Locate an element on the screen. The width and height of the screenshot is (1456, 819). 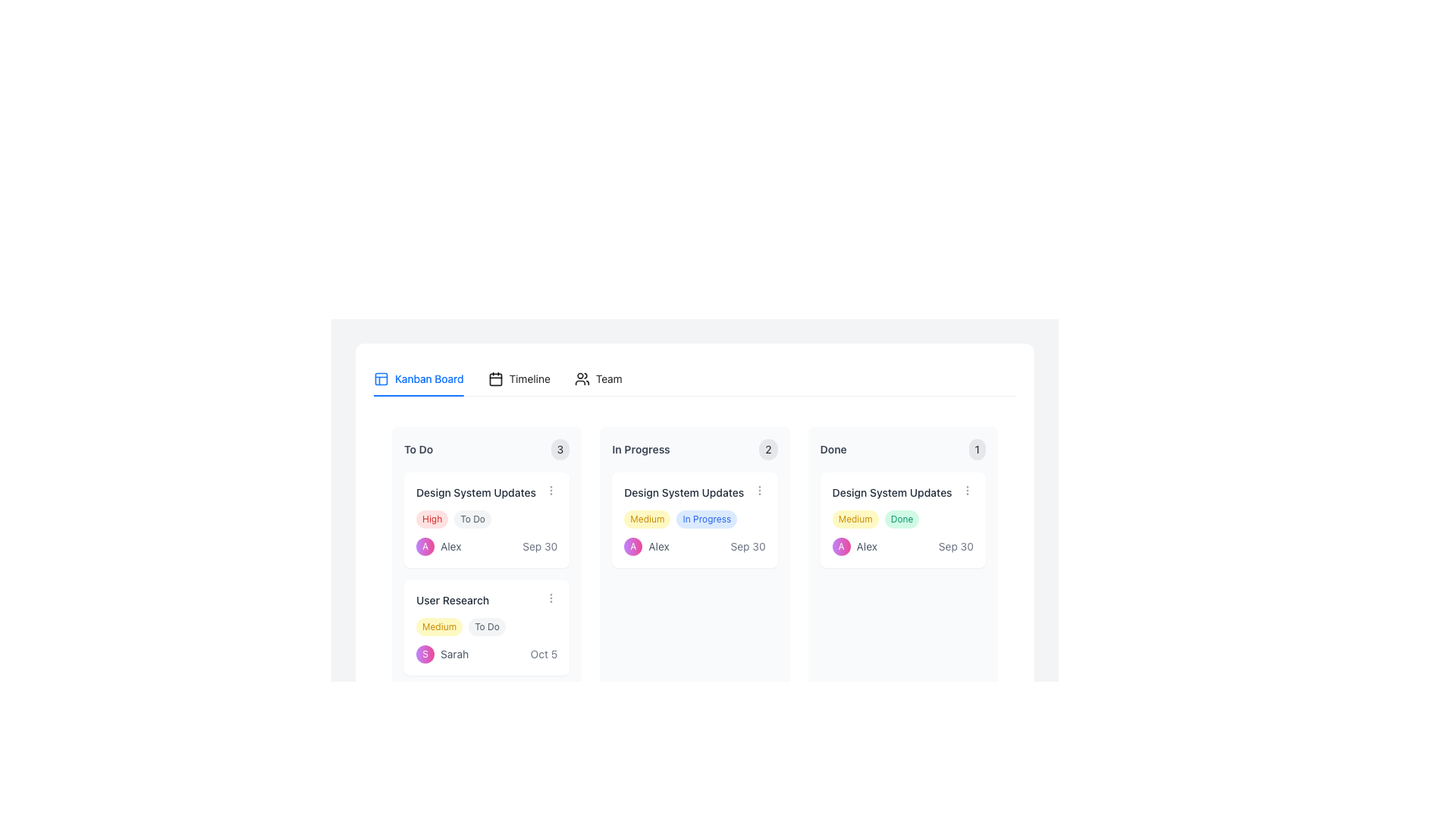
the compound component consisting of two text labels categorized as badges or tags, with the left label reading 'Medium' on a yellow background and the right label reading 'To Do' on a light gray background, located in the 'User Research' card within the 'To Do' column of the Kanban board is located at coordinates (487, 626).